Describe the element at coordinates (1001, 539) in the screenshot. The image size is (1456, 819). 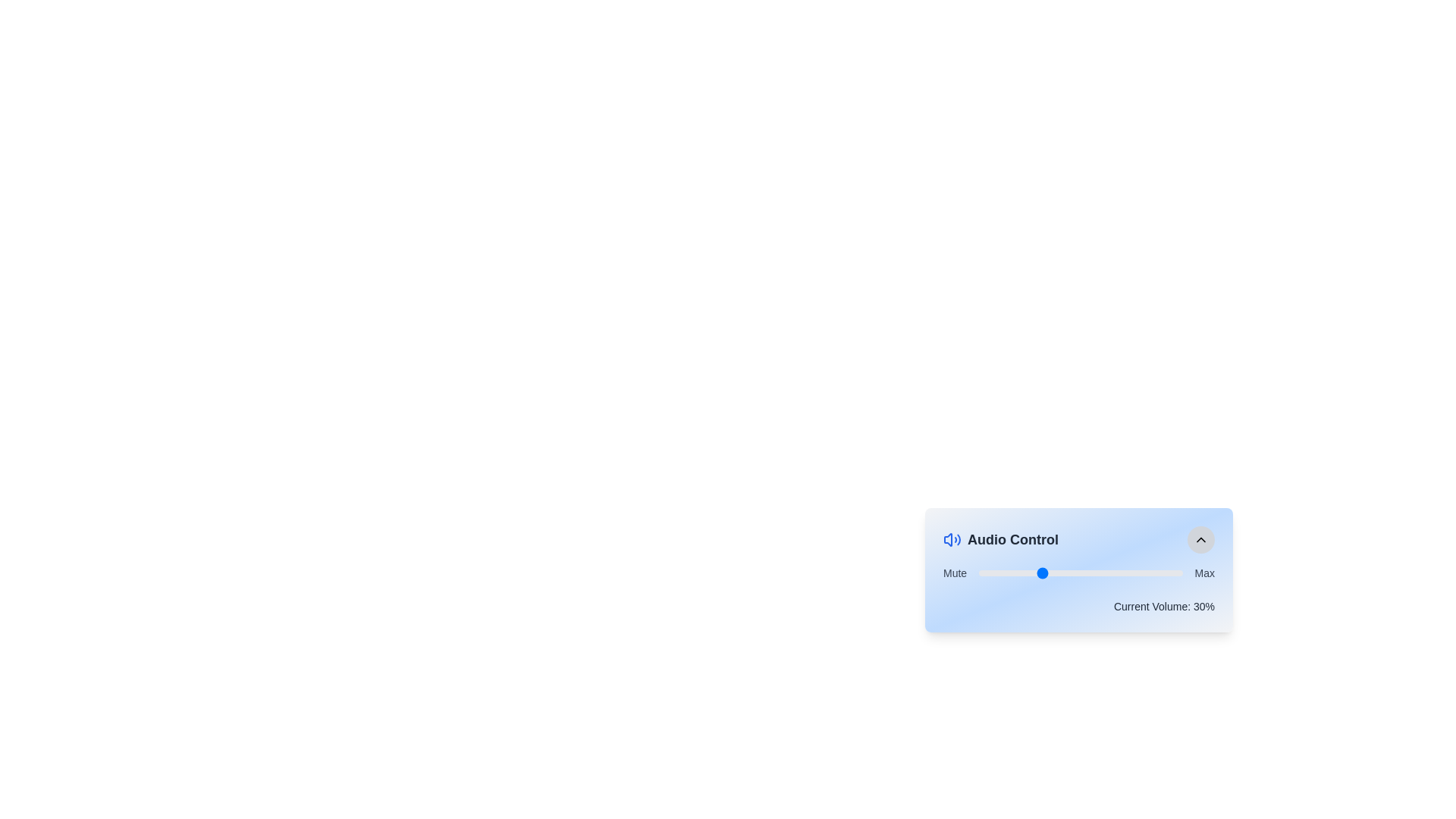
I see `the Text Label with Icon located in the top-left corner of the flexible panel` at that location.